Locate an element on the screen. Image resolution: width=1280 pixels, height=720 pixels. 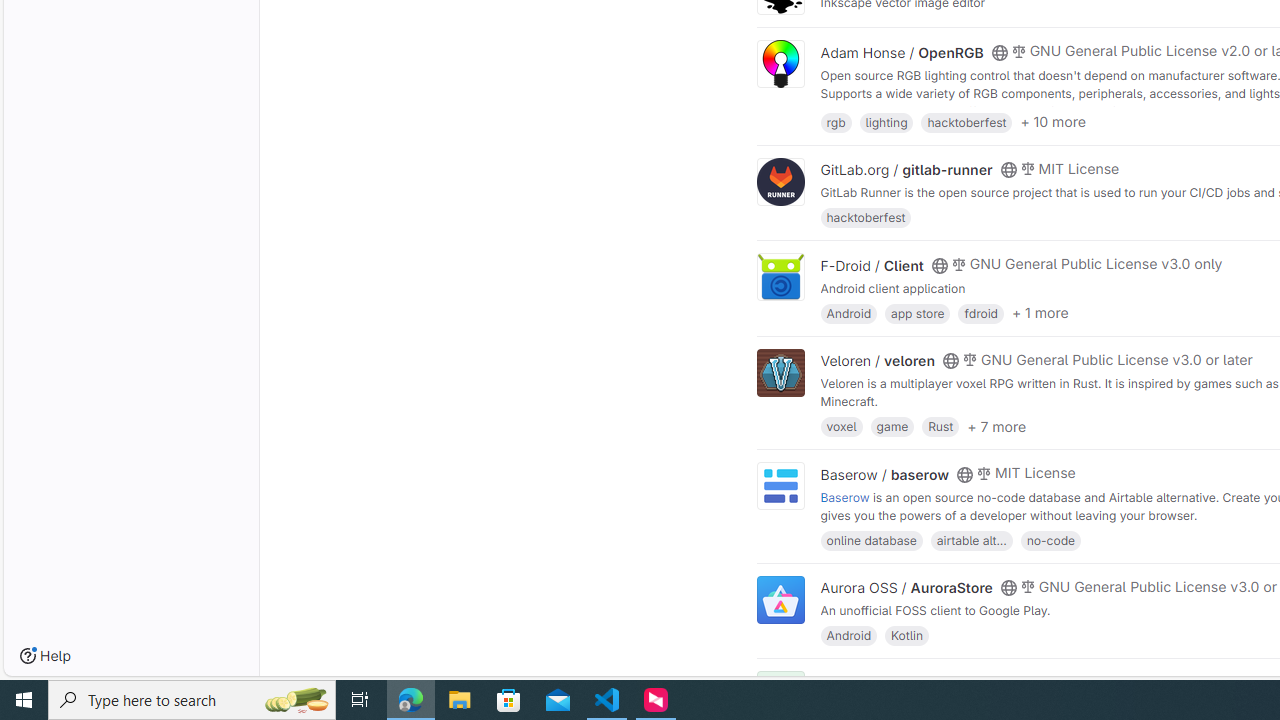
'fdroid' is located at coordinates (981, 312).